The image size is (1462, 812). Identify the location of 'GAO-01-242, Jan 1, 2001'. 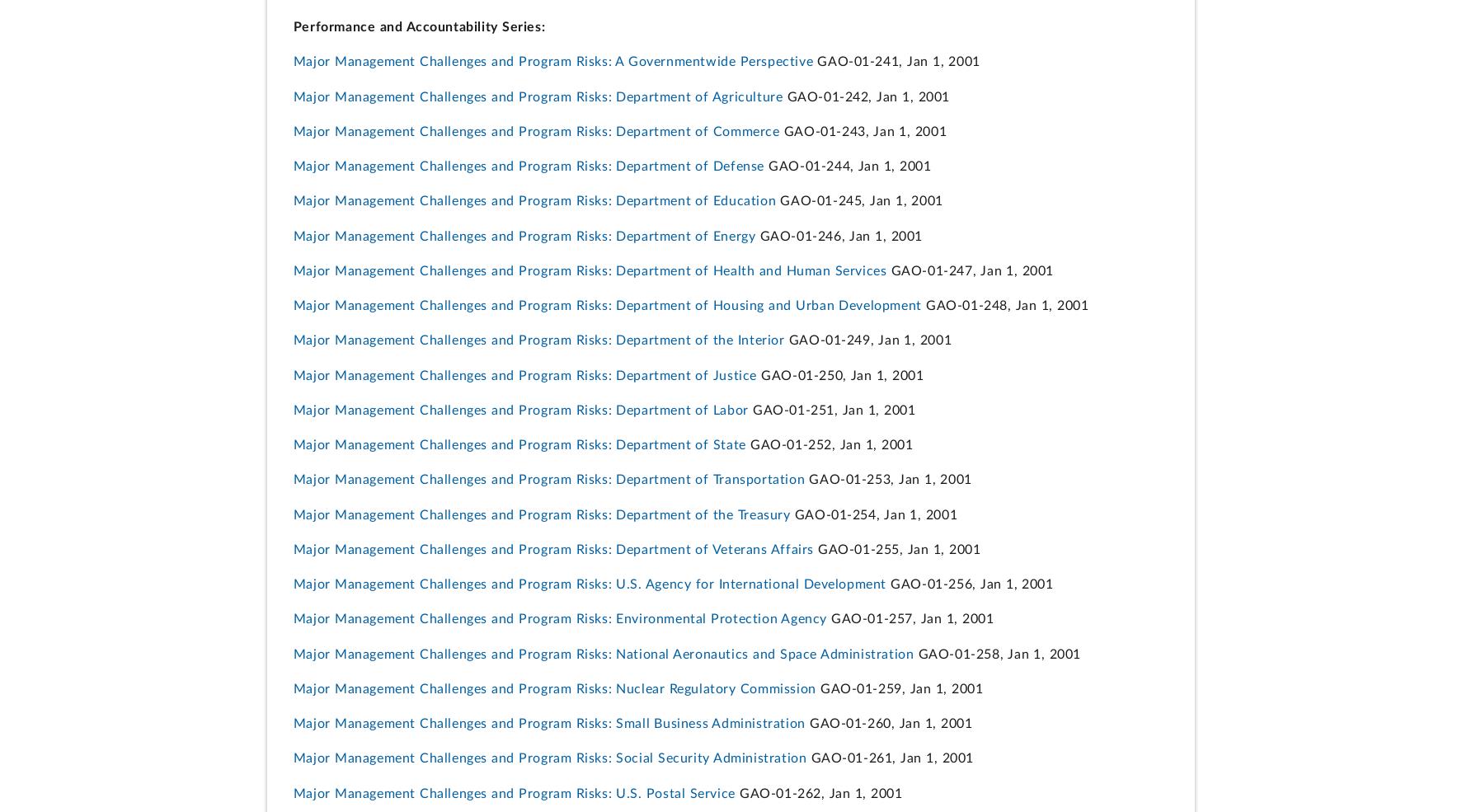
(865, 96).